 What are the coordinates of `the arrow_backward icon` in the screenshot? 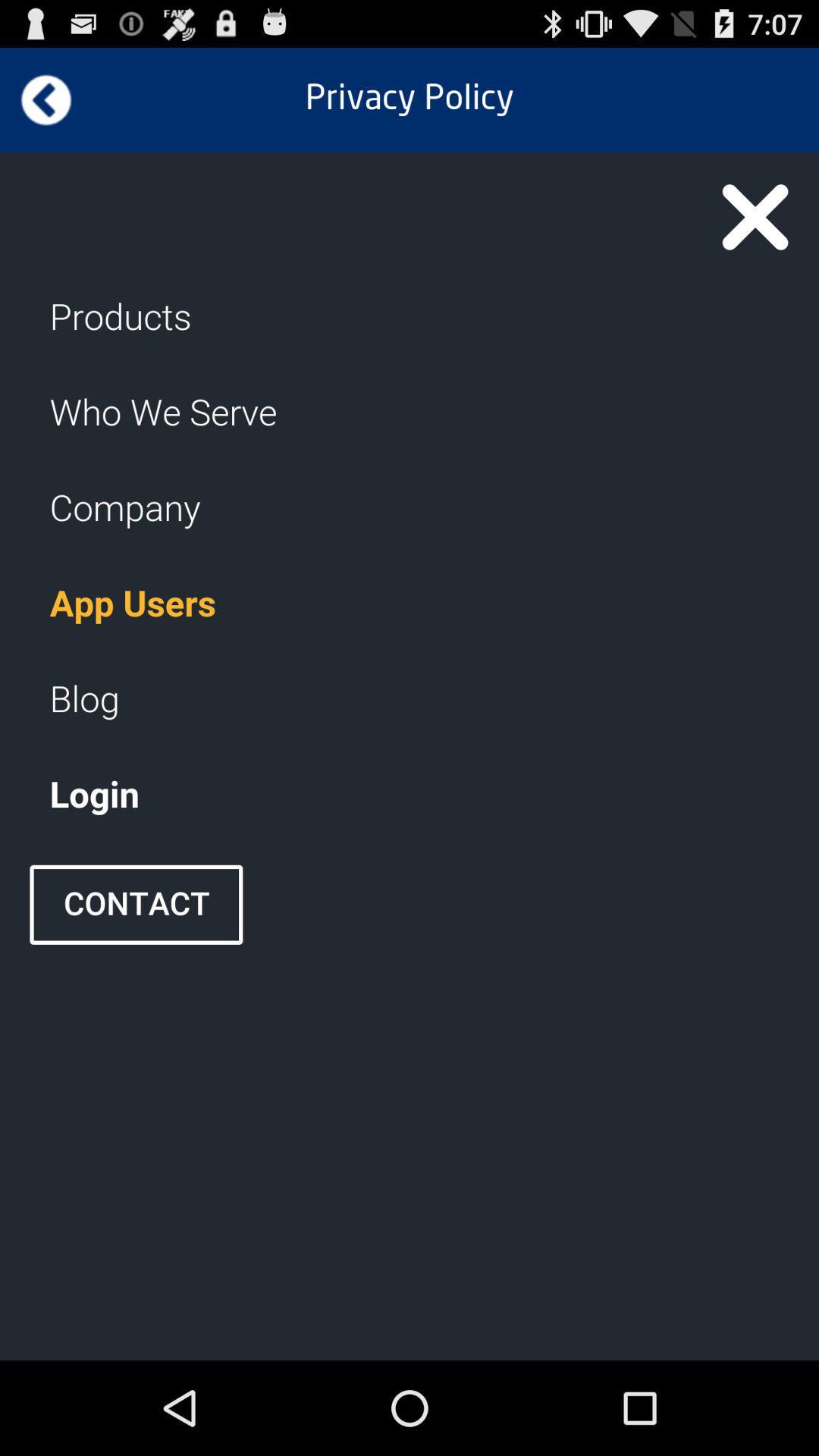 It's located at (45, 106).